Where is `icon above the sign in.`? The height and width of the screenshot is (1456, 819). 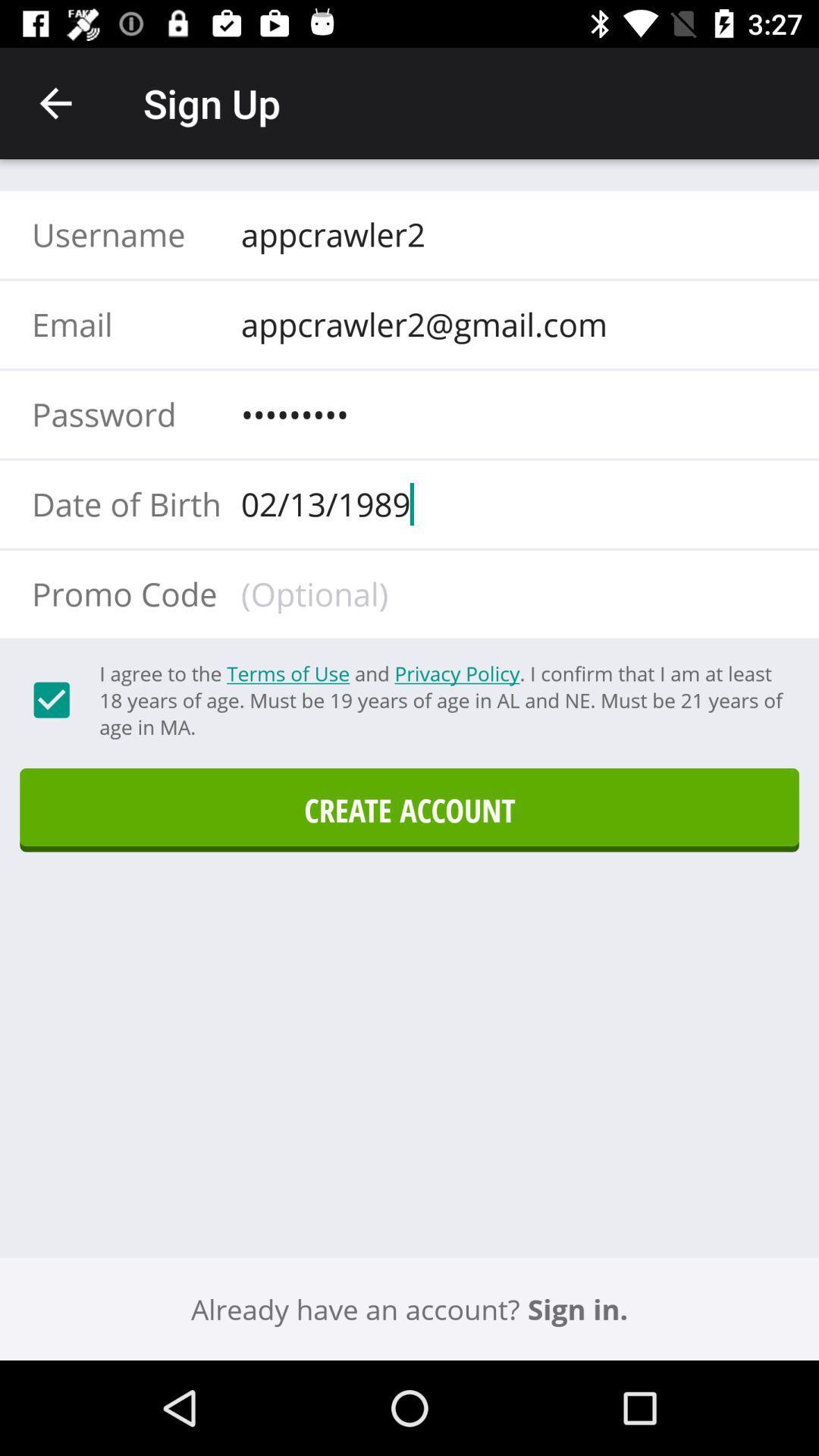 icon above the sign in. is located at coordinates (409, 809).